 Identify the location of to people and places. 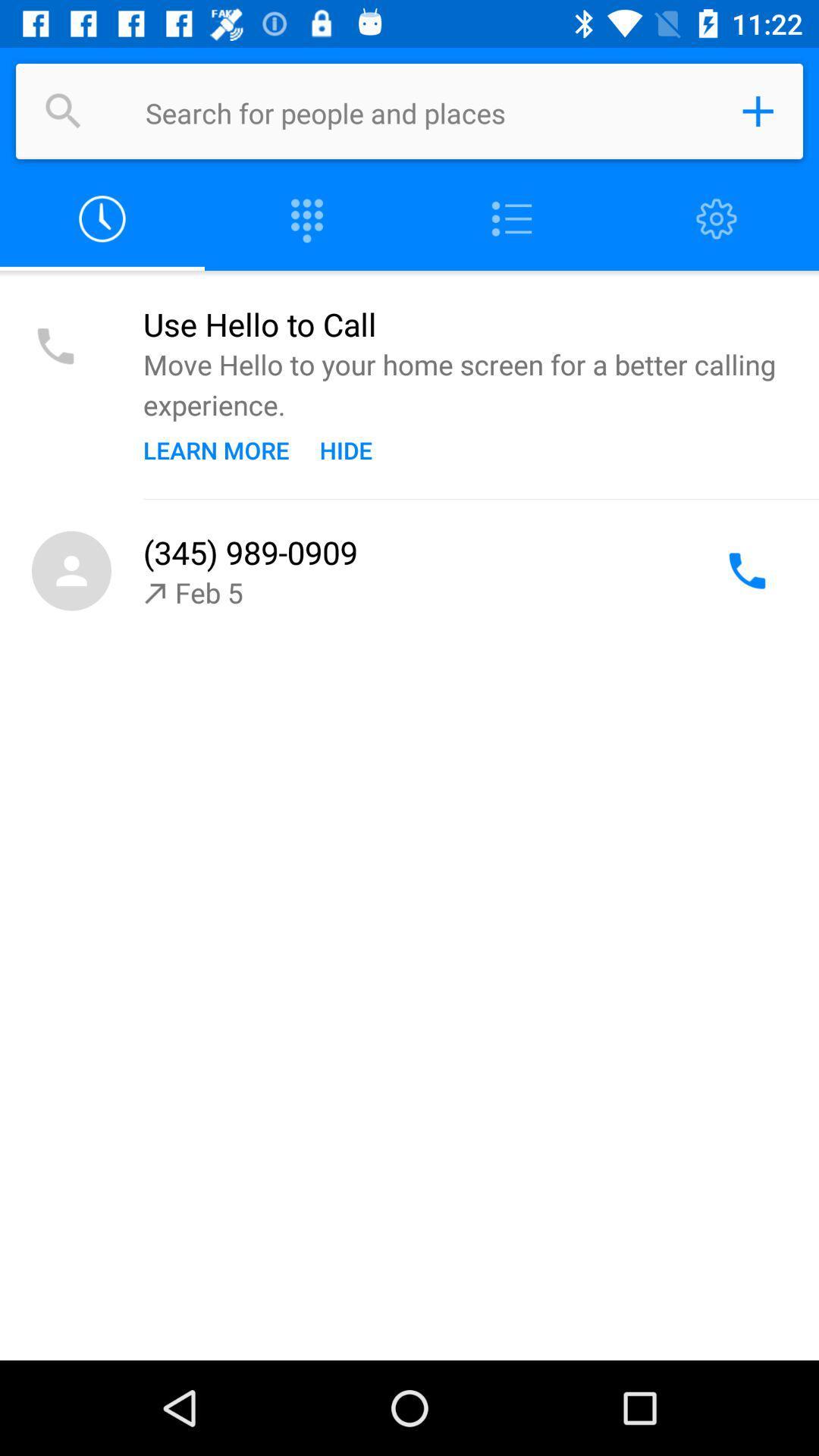
(758, 111).